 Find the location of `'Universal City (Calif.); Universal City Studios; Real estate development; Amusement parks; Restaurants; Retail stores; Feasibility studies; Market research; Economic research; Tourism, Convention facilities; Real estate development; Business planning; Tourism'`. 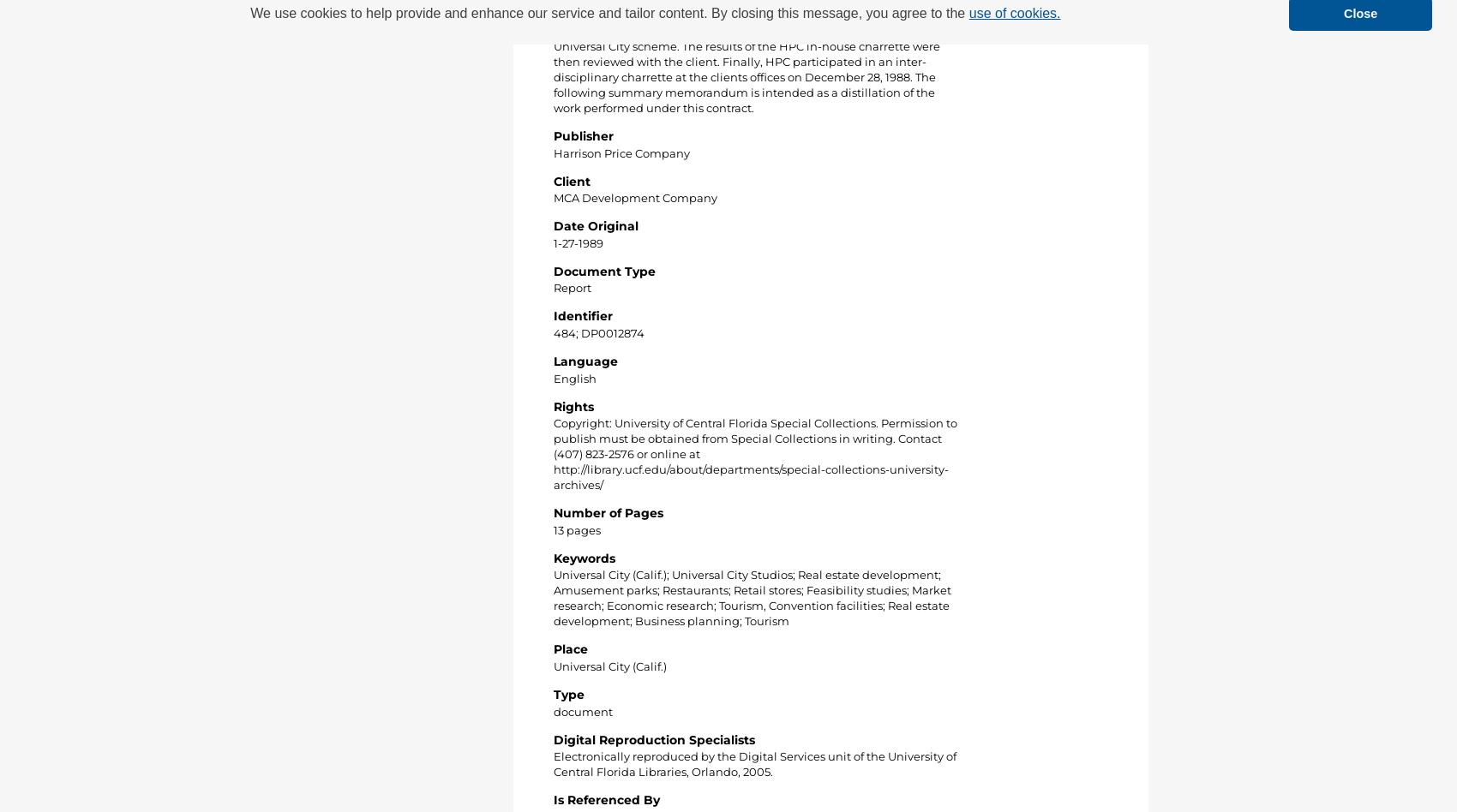

'Universal City (Calif.); Universal City Studios; Real estate development; Amusement parks; Restaurants; Retail stores; Feasibility studies; Market research; Economic research; Tourism, Convention facilities; Real estate development; Business planning; Tourism' is located at coordinates (752, 597).